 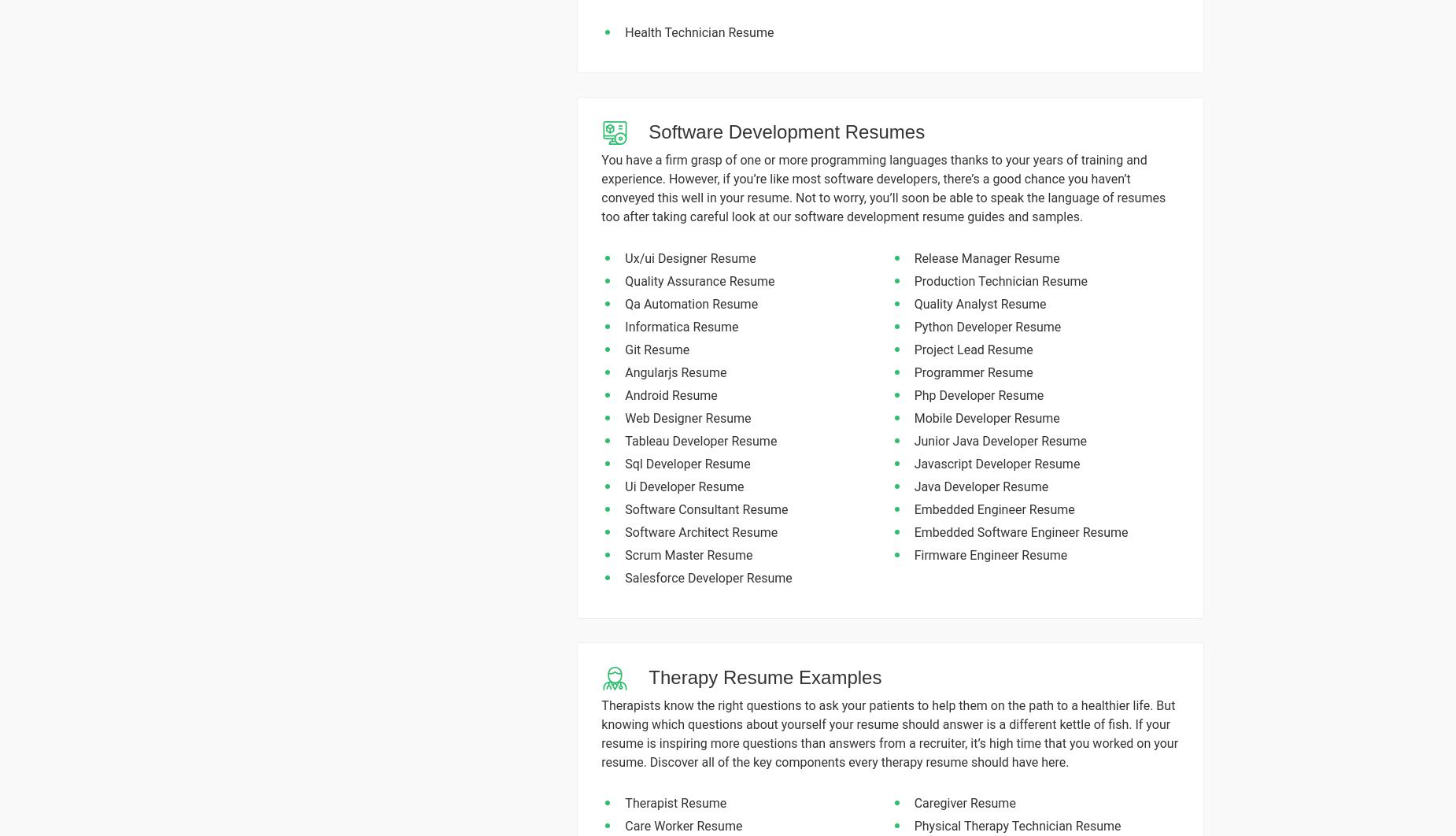 I want to click on 'Junior Java Developer Resume', so click(x=999, y=440).